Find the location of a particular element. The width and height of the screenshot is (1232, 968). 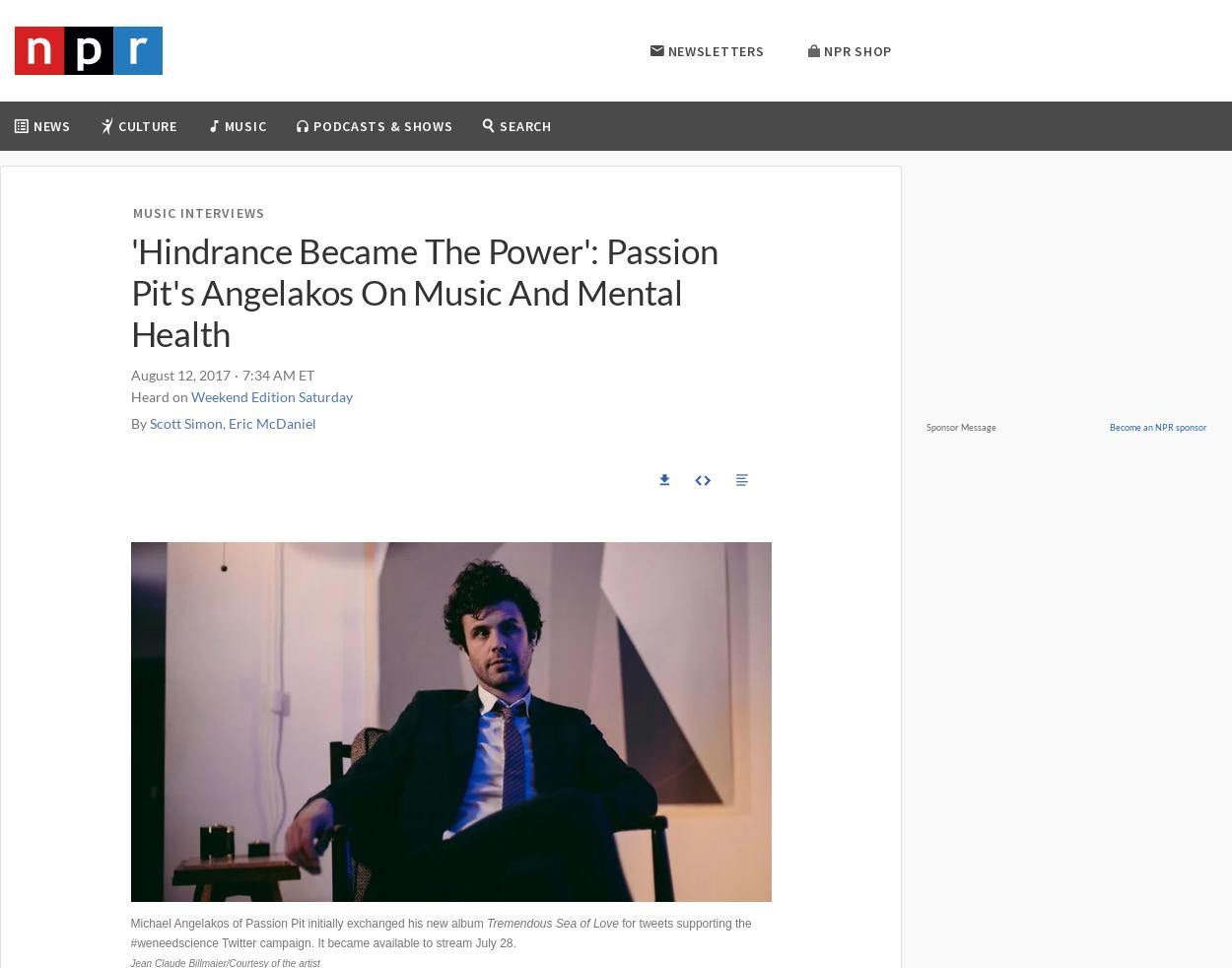

'More Podcasts & Shows' is located at coordinates (552, 417).